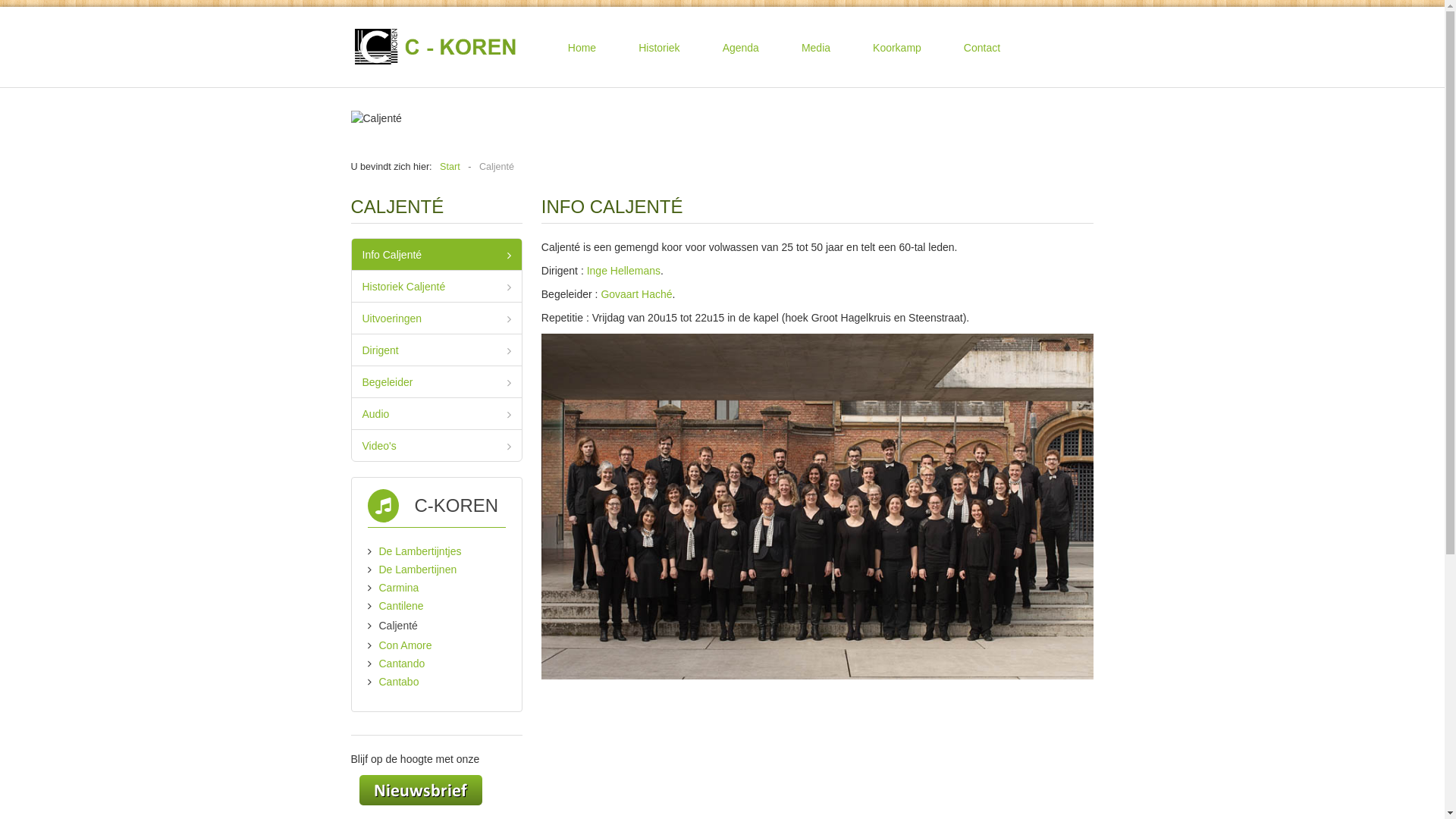 The height and width of the screenshot is (819, 1456). Describe the element at coordinates (741, 46) in the screenshot. I see `'Agenda'` at that location.